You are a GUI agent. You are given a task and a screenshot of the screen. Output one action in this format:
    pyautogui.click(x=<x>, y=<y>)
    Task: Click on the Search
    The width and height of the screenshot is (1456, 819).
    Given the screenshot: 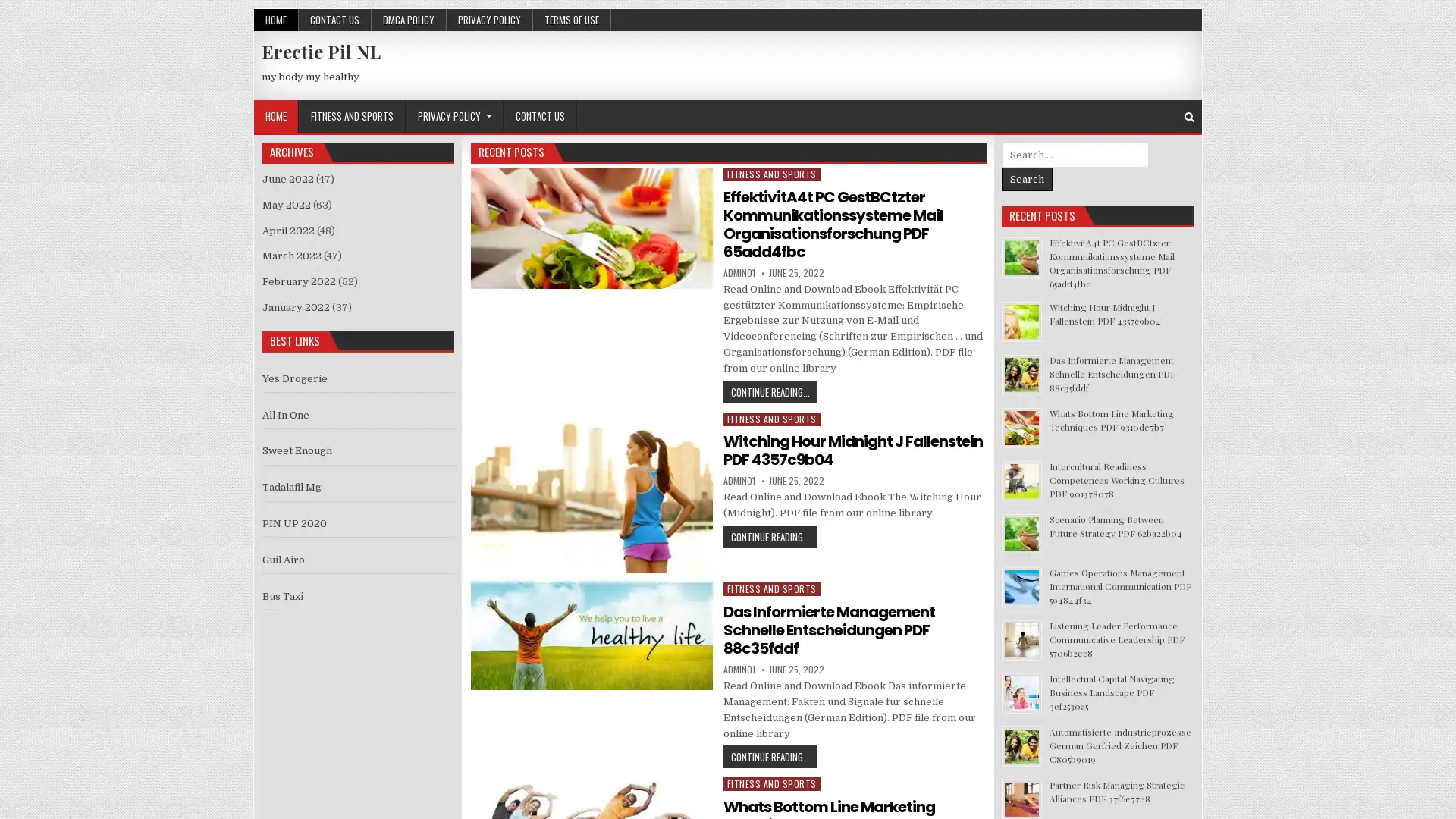 What is the action you would take?
    pyautogui.click(x=1027, y=178)
    